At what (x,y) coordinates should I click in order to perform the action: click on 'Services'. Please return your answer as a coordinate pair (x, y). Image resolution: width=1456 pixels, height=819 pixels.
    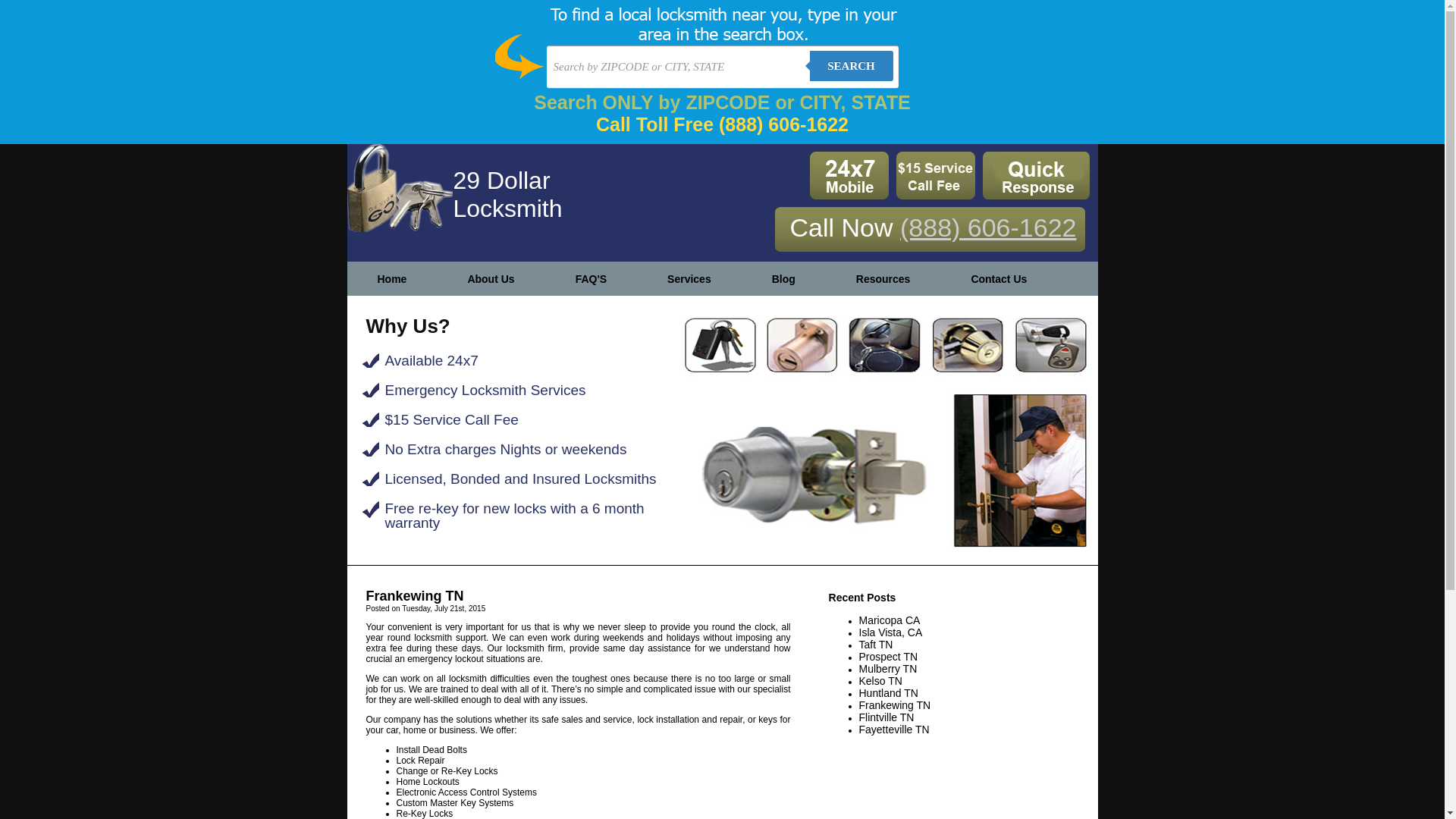
    Looking at the image, I should click on (688, 278).